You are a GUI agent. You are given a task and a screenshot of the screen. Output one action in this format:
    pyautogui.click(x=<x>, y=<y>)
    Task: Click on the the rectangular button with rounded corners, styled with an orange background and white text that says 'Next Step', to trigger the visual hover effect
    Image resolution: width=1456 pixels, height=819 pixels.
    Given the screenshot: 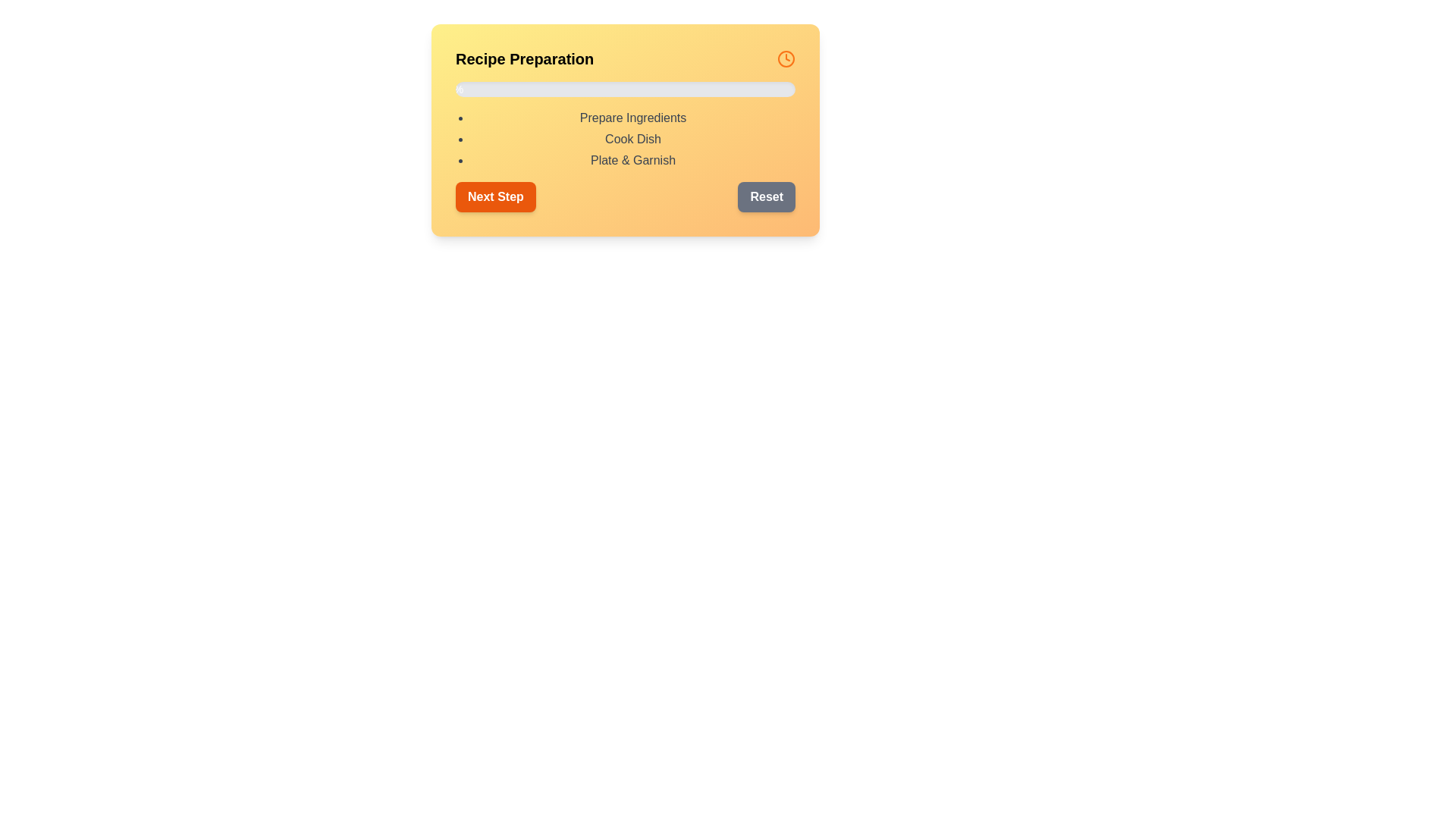 What is the action you would take?
    pyautogui.click(x=495, y=196)
    